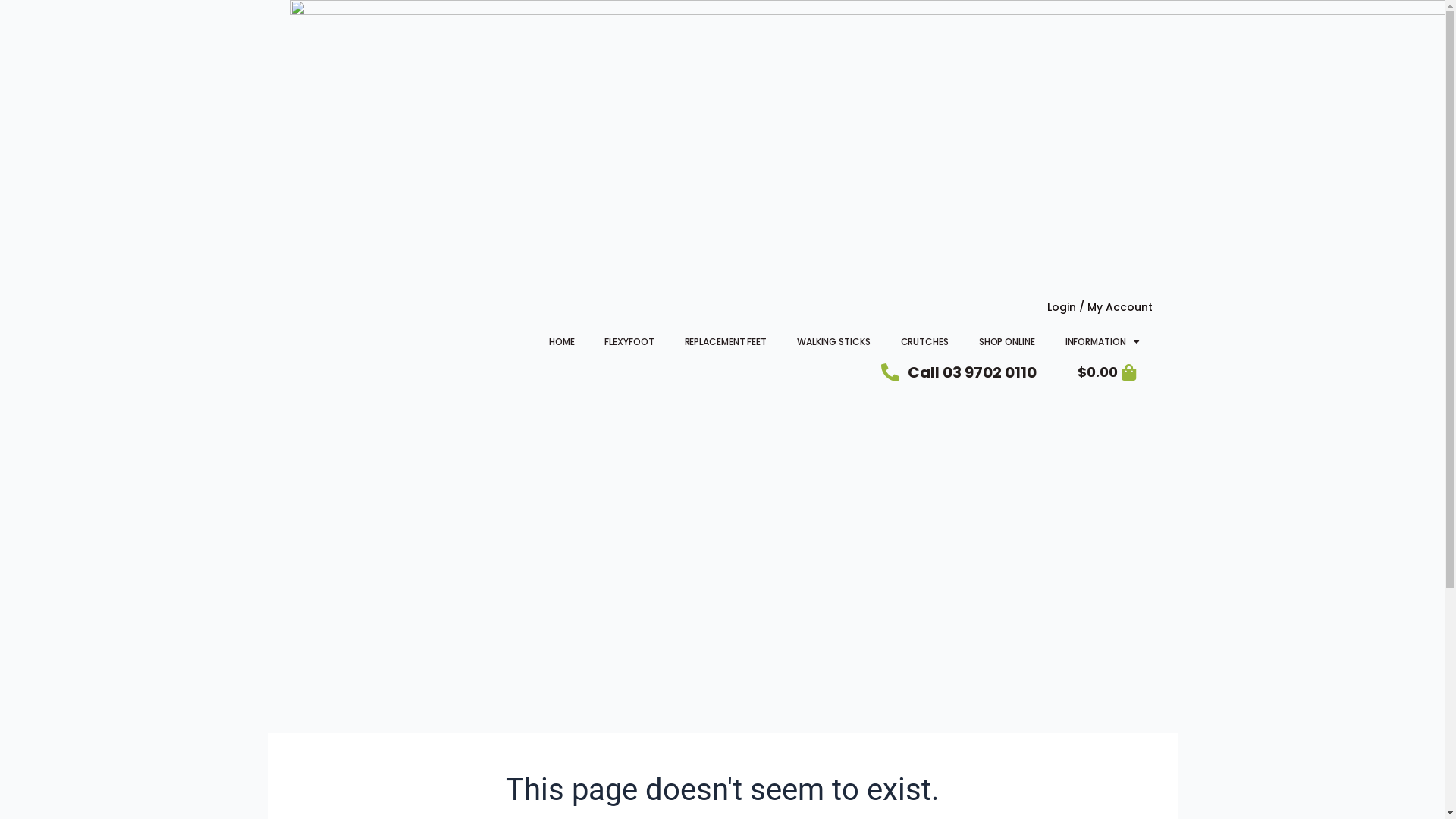 The image size is (1456, 819). I want to click on 'SHOP ONLINE', so click(1007, 342).